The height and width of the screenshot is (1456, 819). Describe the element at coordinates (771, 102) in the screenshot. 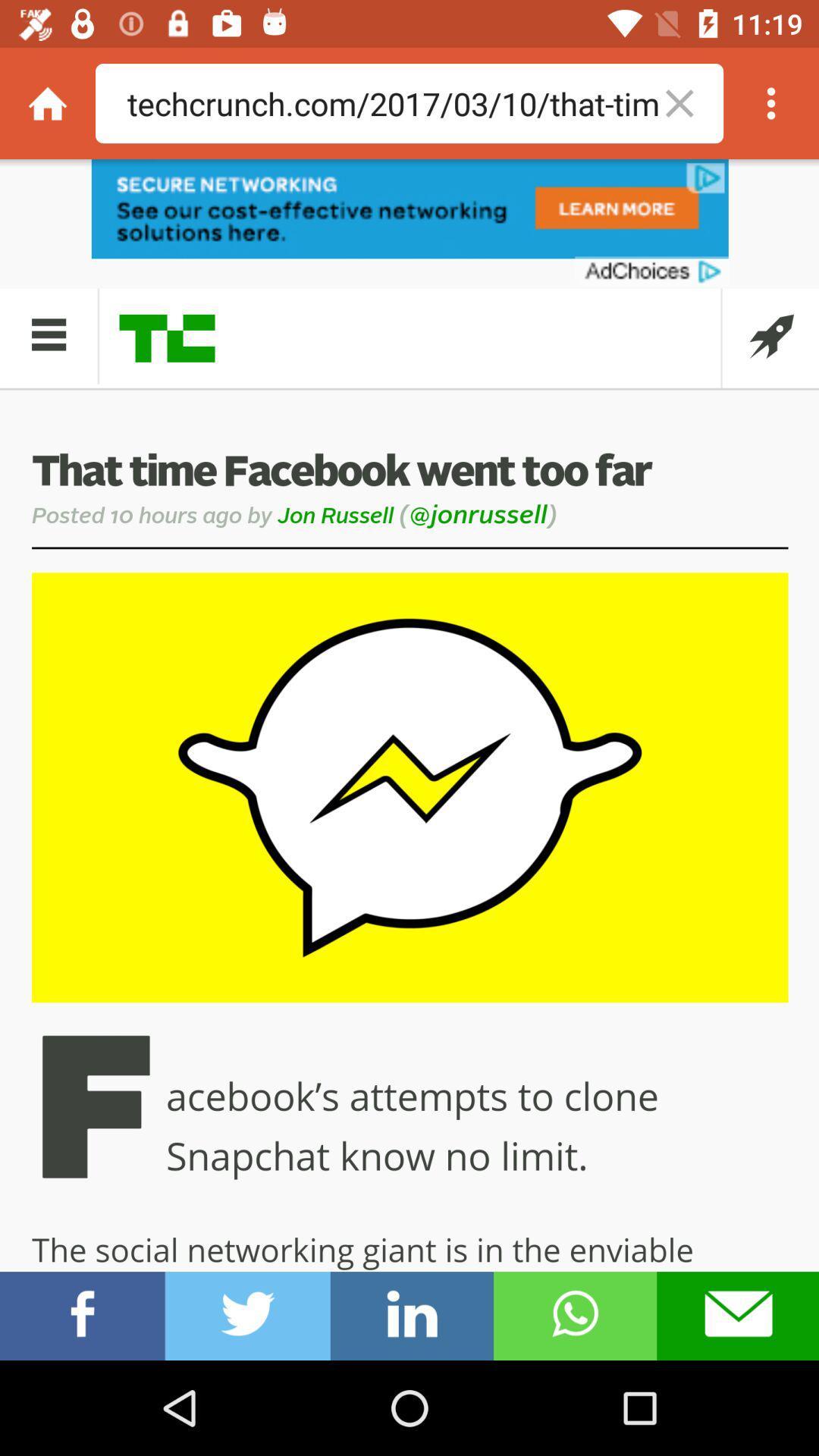

I see `more info` at that location.